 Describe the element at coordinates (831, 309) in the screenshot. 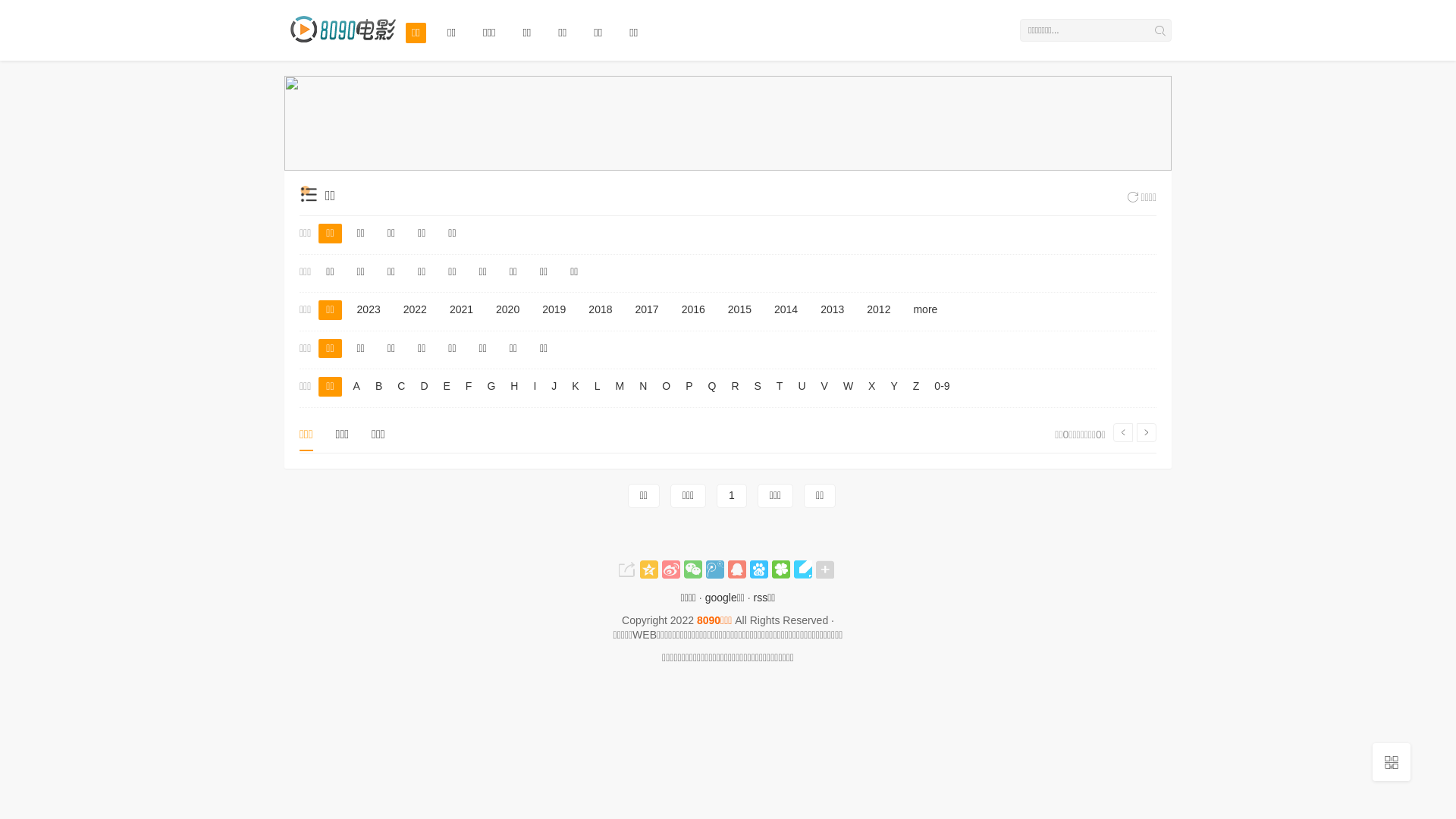

I see `'2013'` at that location.